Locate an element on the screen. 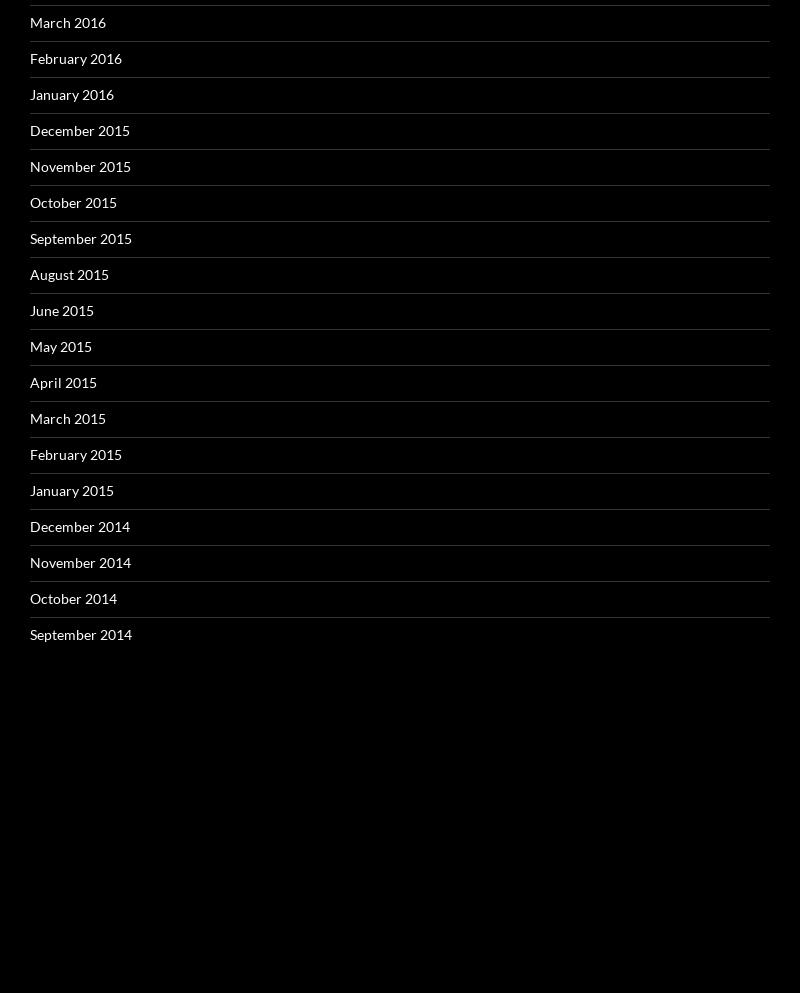 Image resolution: width=800 pixels, height=993 pixels. 'Categories' is located at coordinates (72, 720).